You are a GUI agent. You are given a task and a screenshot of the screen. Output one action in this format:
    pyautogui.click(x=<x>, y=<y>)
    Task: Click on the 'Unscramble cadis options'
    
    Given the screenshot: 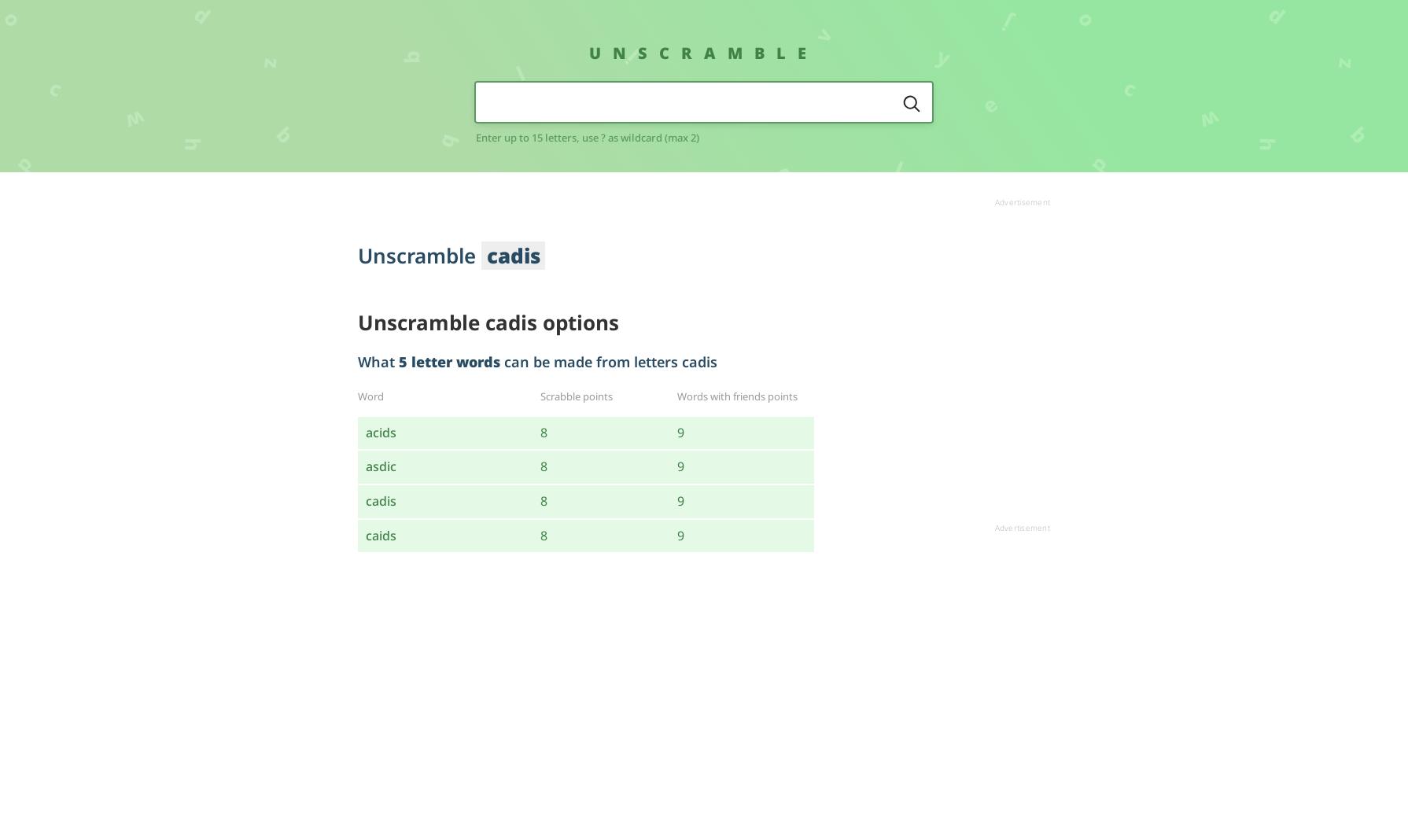 What is the action you would take?
    pyautogui.click(x=487, y=322)
    